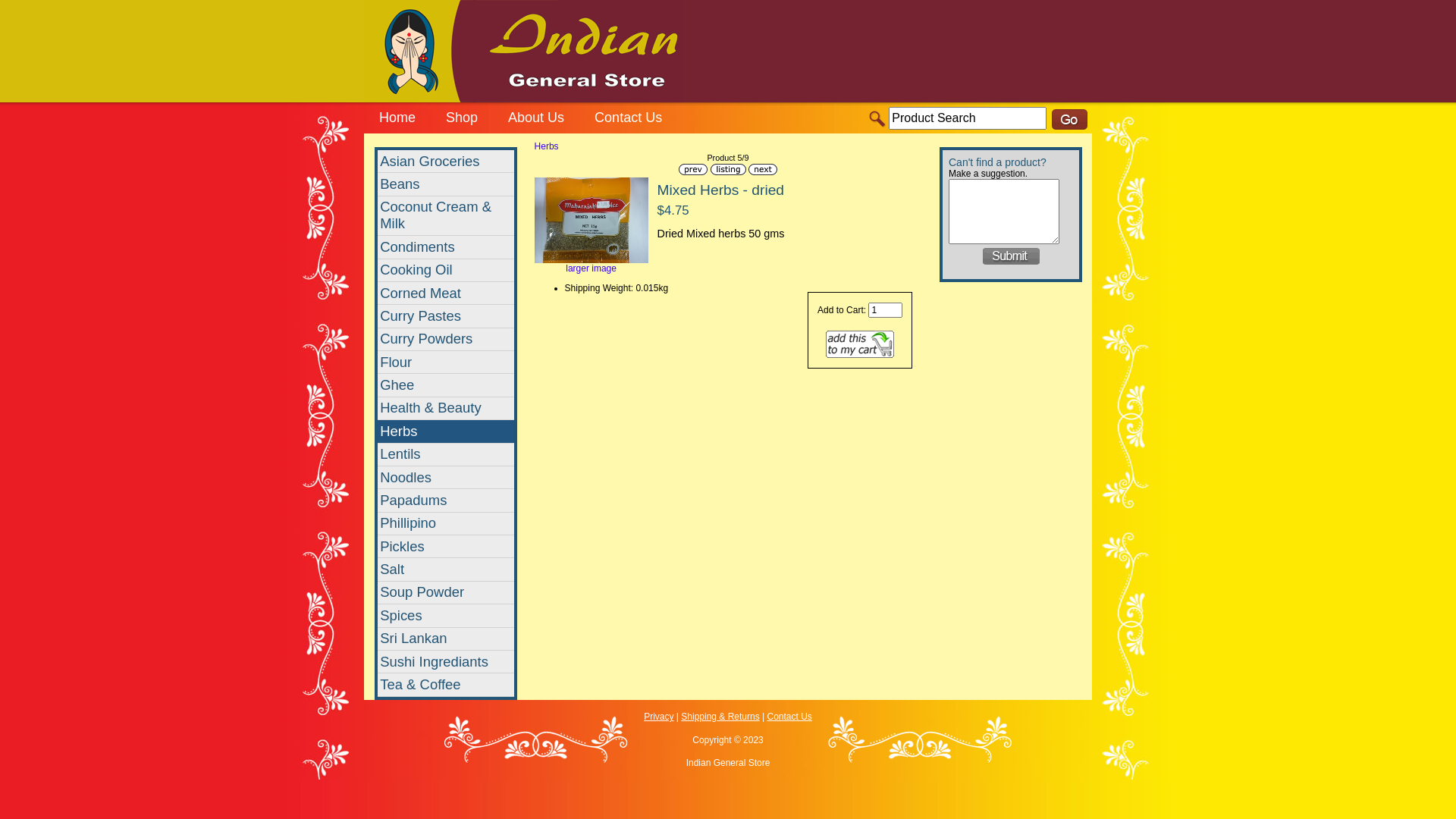  Describe the element at coordinates (658, 717) in the screenshot. I see `'Privacy'` at that location.